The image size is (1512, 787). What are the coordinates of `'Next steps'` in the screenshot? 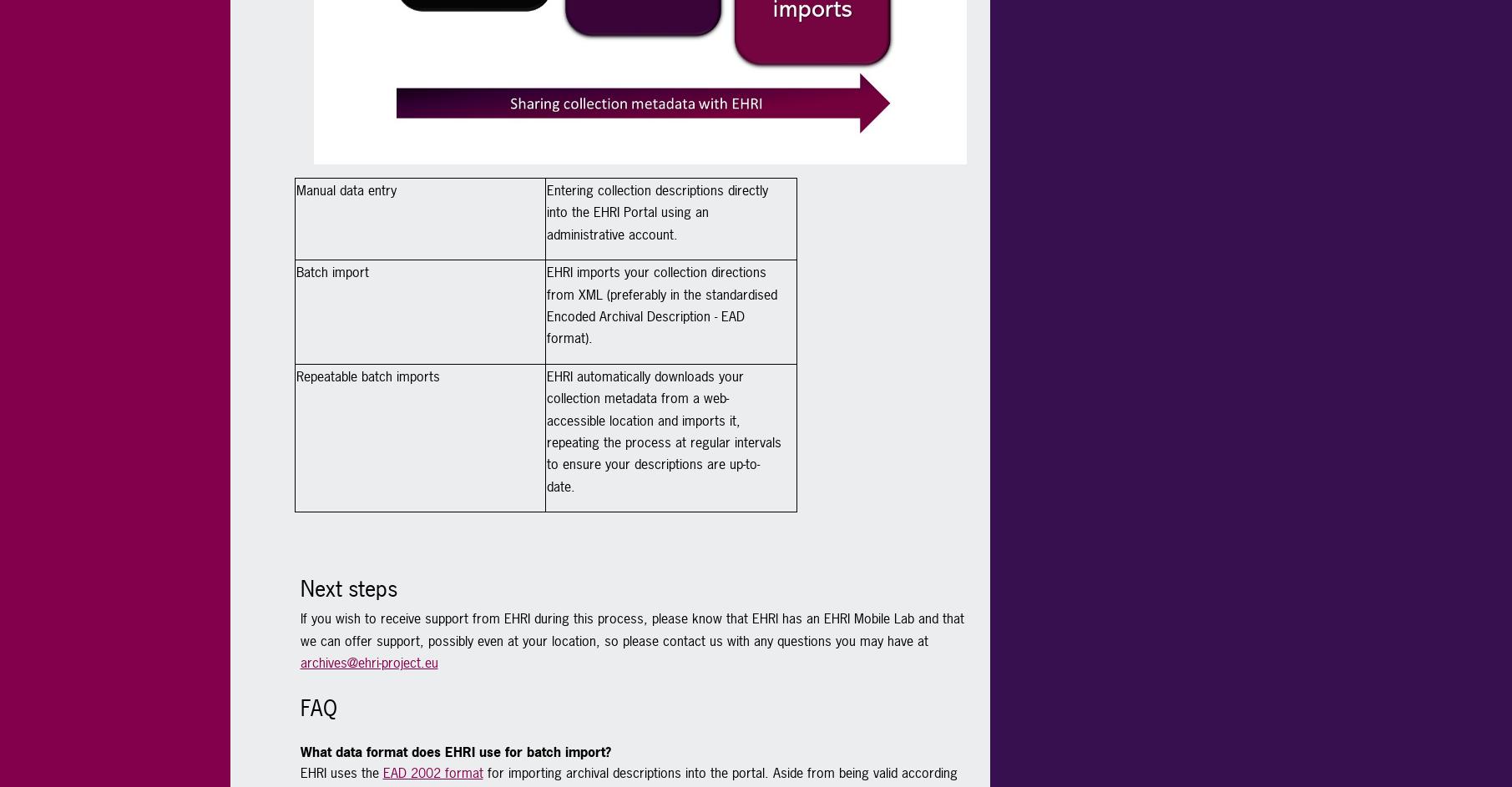 It's located at (298, 588).